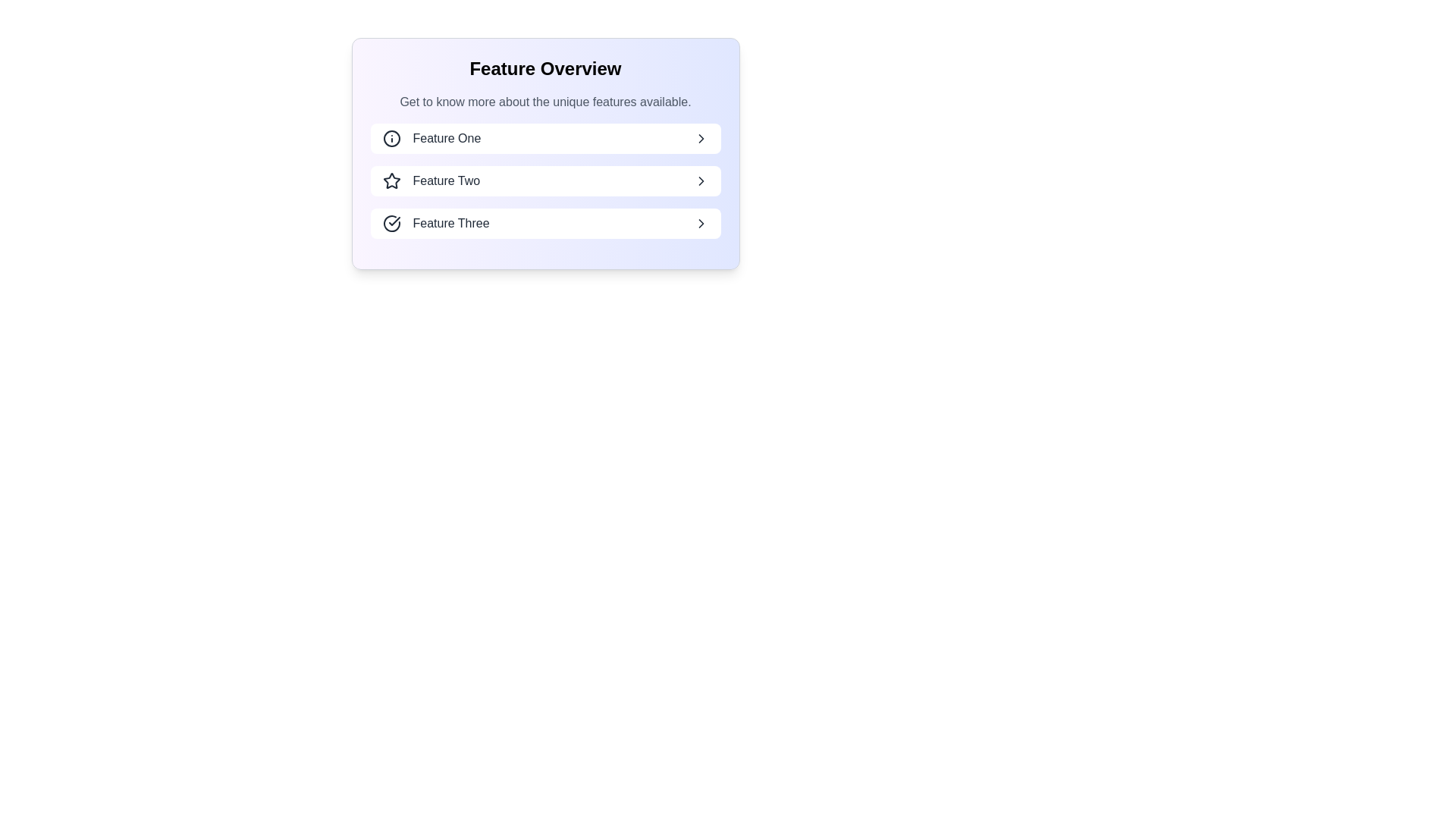 The height and width of the screenshot is (819, 1456). What do you see at coordinates (430, 180) in the screenshot?
I see `on the list item labeled 'Feature Two' which has a star icon adjacent` at bounding box center [430, 180].